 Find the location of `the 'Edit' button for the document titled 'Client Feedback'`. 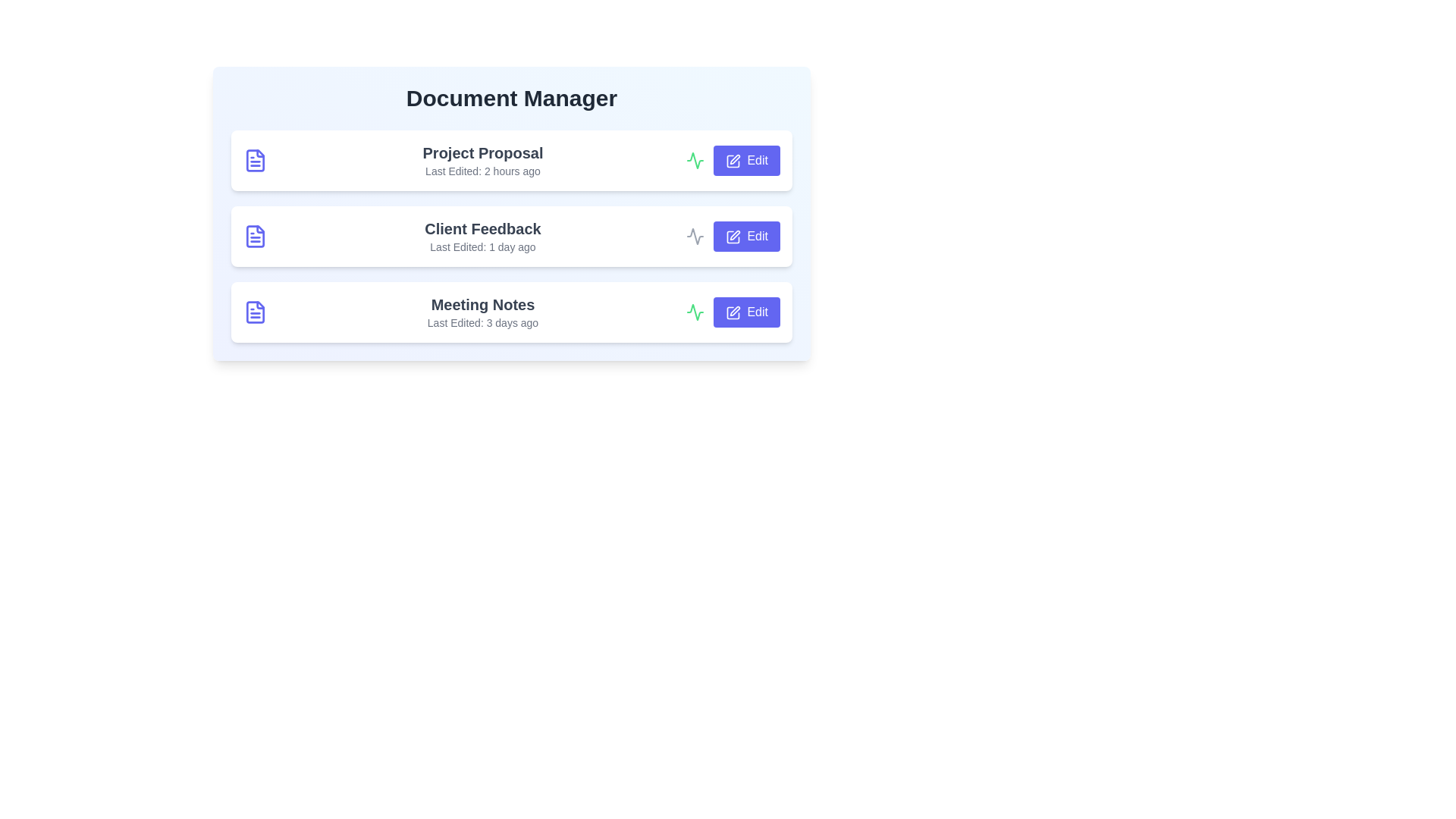

the 'Edit' button for the document titled 'Client Feedback' is located at coordinates (746, 237).